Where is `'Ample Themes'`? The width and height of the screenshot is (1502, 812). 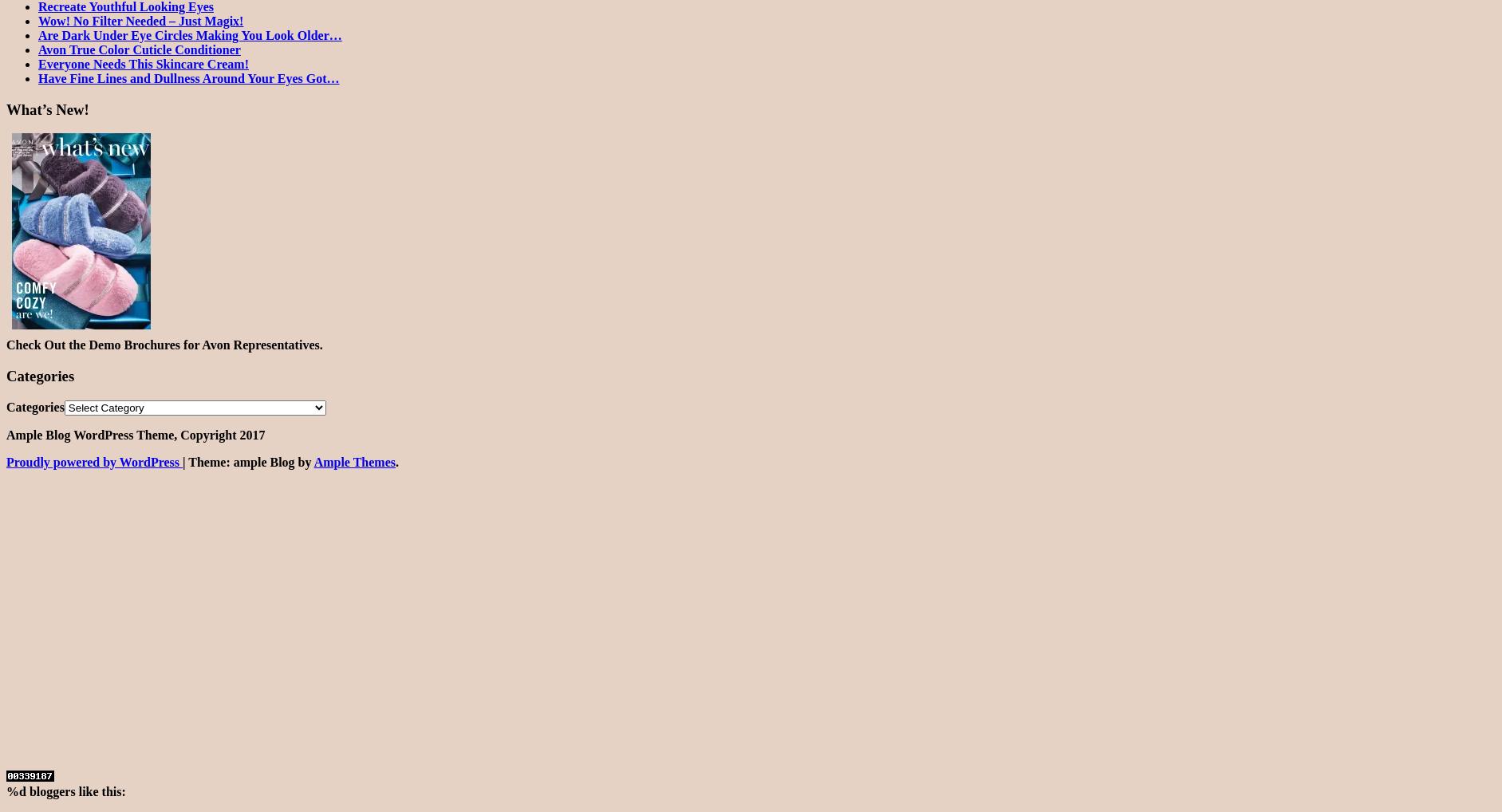
'Ample Themes' is located at coordinates (354, 461).